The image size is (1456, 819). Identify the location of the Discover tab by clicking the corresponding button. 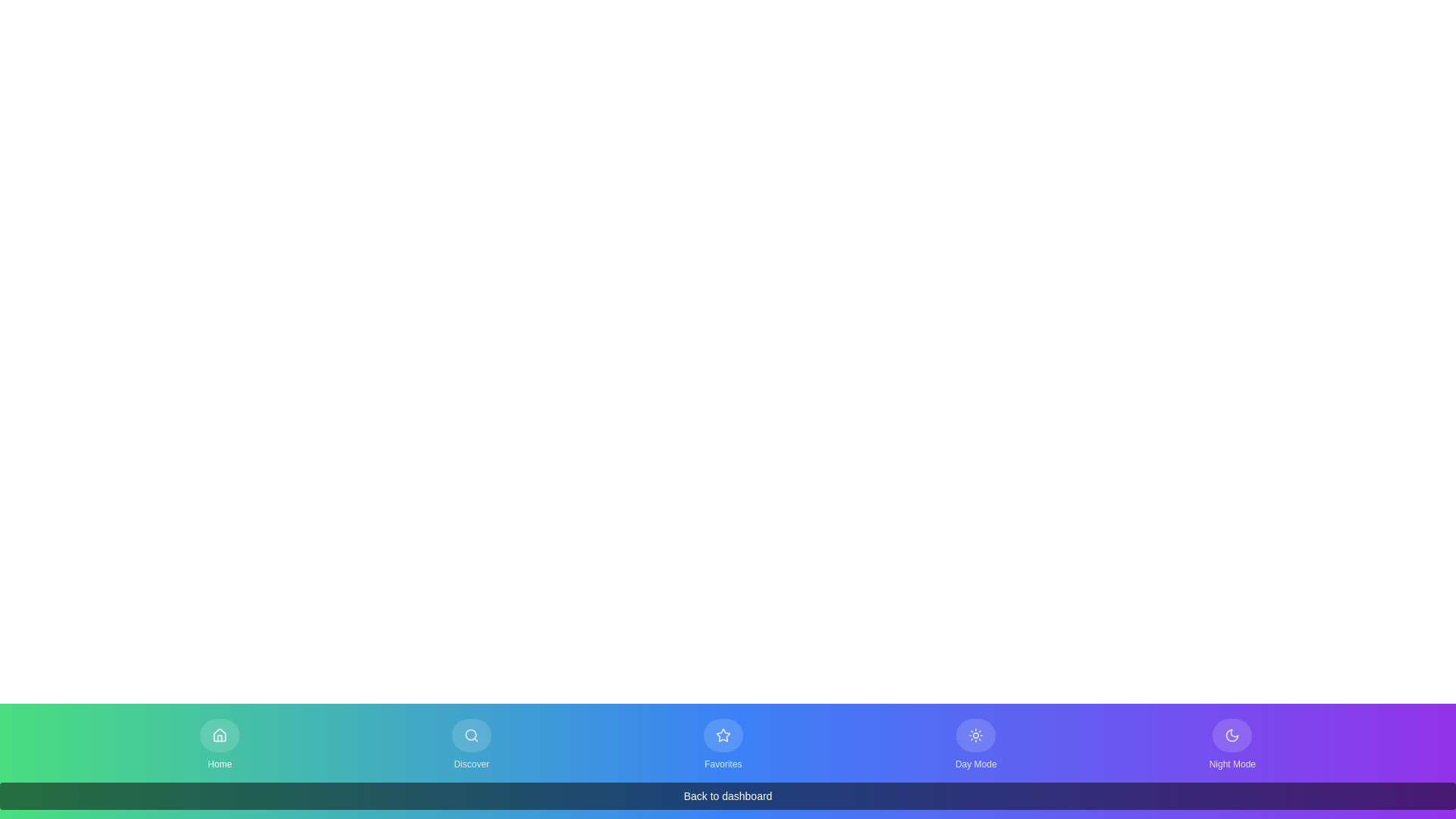
(470, 744).